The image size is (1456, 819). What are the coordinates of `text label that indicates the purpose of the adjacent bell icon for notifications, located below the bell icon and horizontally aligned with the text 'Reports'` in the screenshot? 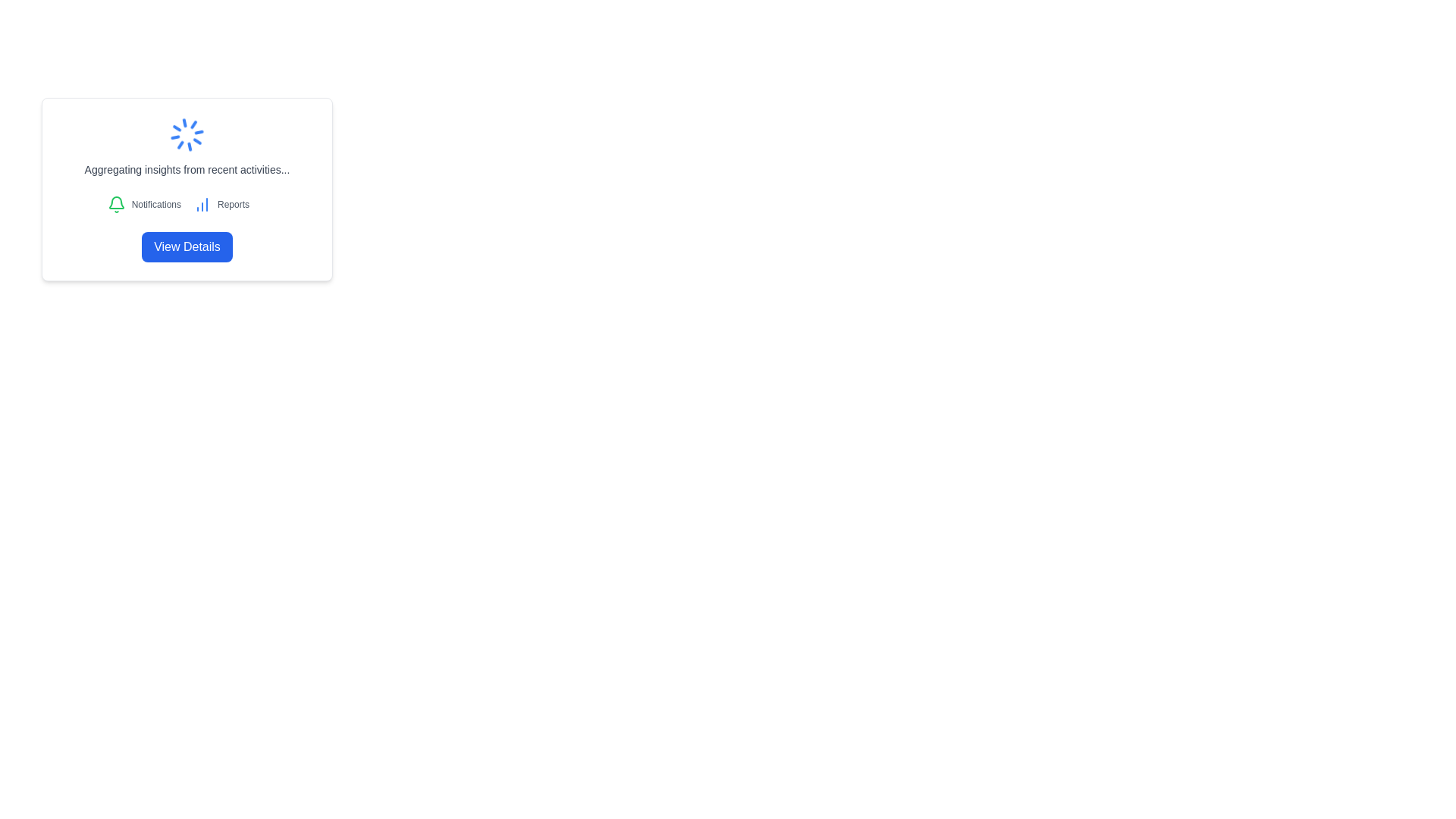 It's located at (156, 205).